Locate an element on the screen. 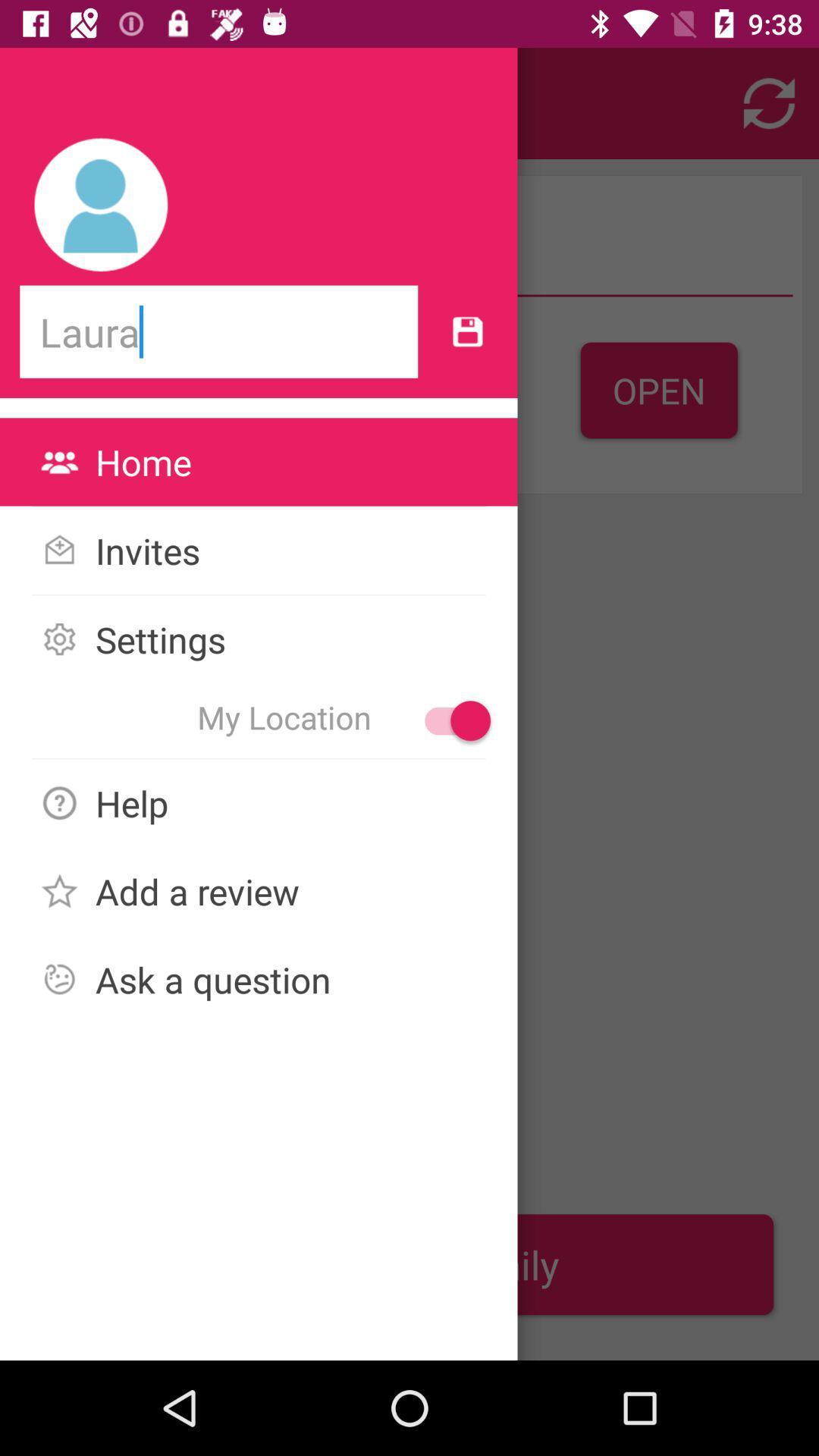  the refresh icon is located at coordinates (769, 102).